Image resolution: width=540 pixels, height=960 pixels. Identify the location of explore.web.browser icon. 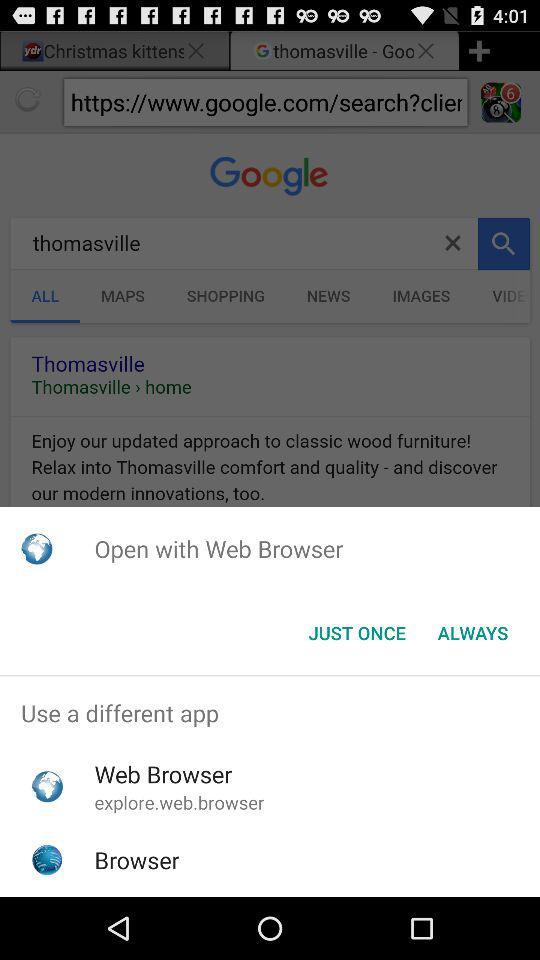
(179, 802).